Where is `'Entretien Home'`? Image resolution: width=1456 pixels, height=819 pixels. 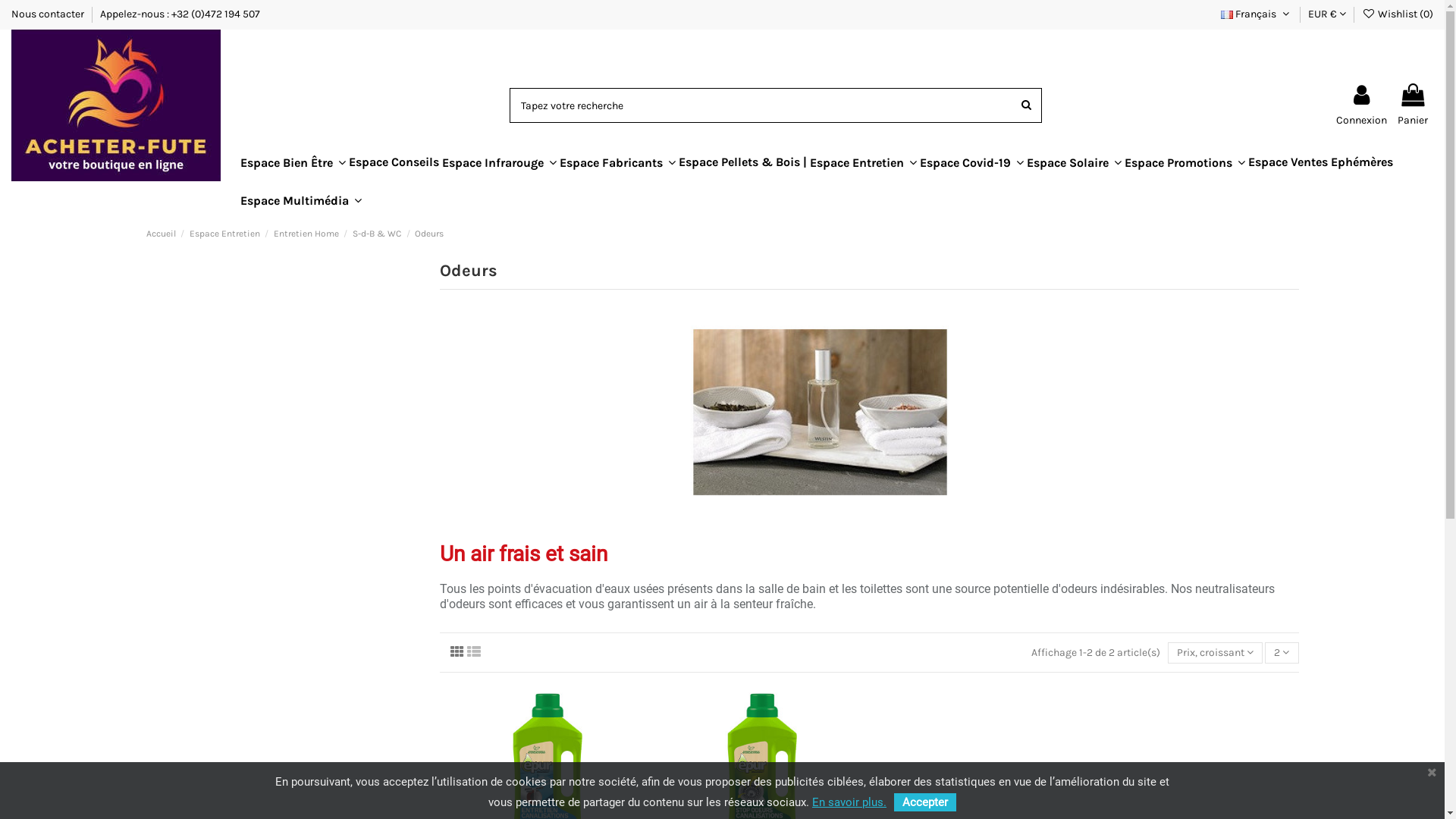
'Entretien Home' is located at coordinates (273, 234).